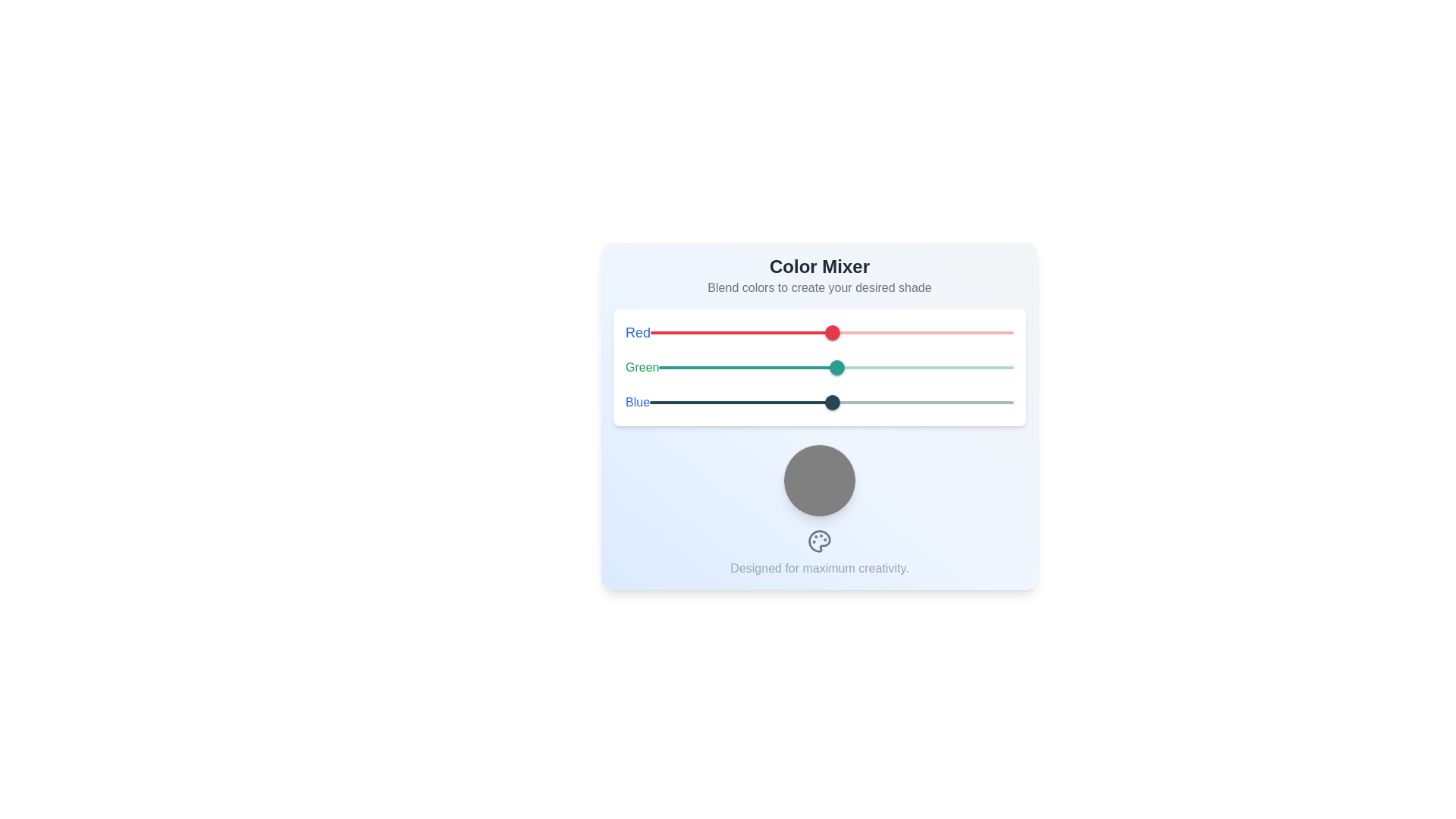 Image resolution: width=1456 pixels, height=819 pixels. Describe the element at coordinates (954, 402) in the screenshot. I see `the Blue channel` at that location.